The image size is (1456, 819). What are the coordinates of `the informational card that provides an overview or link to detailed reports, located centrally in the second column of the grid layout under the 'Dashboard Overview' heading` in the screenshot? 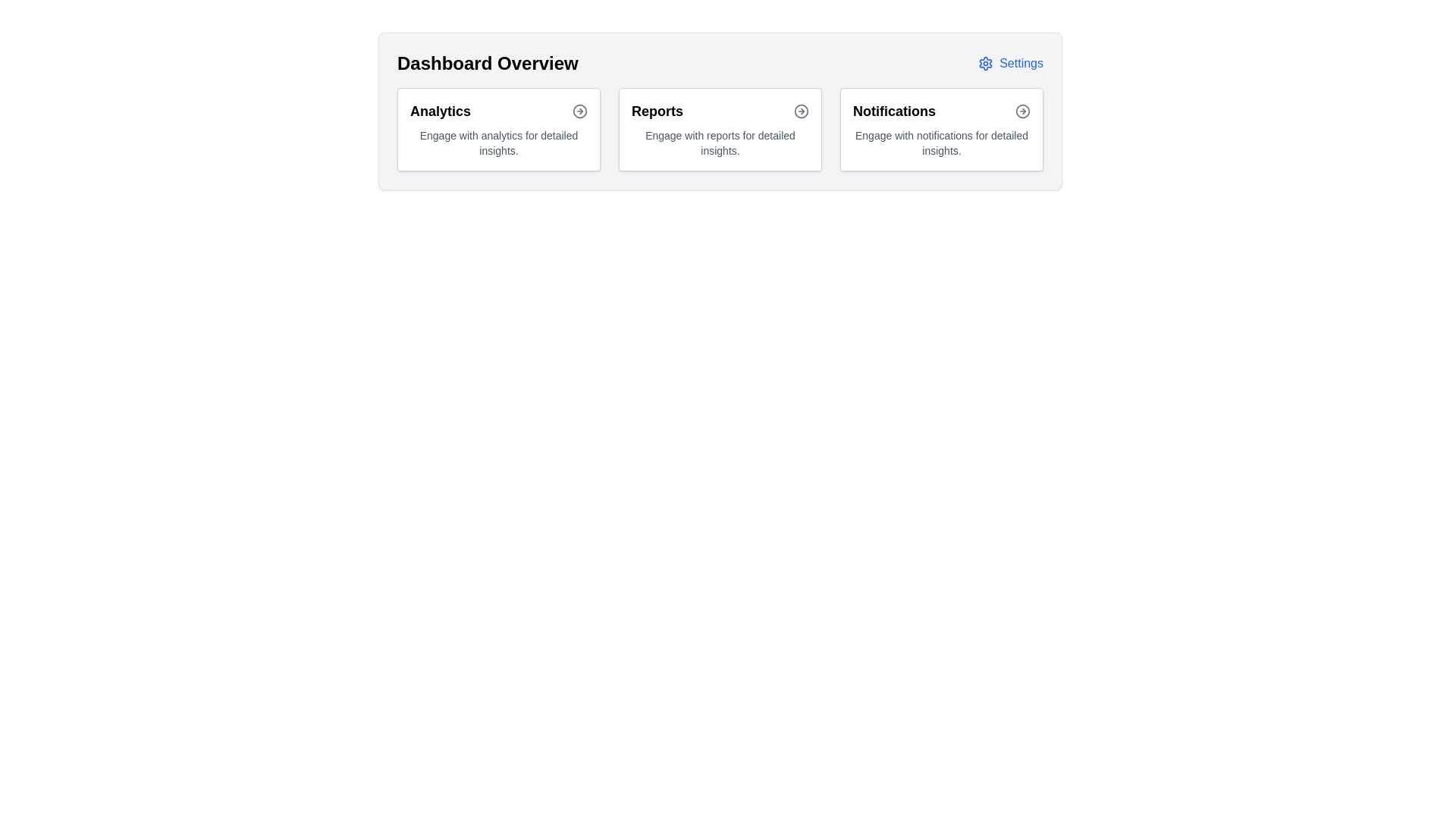 It's located at (720, 128).